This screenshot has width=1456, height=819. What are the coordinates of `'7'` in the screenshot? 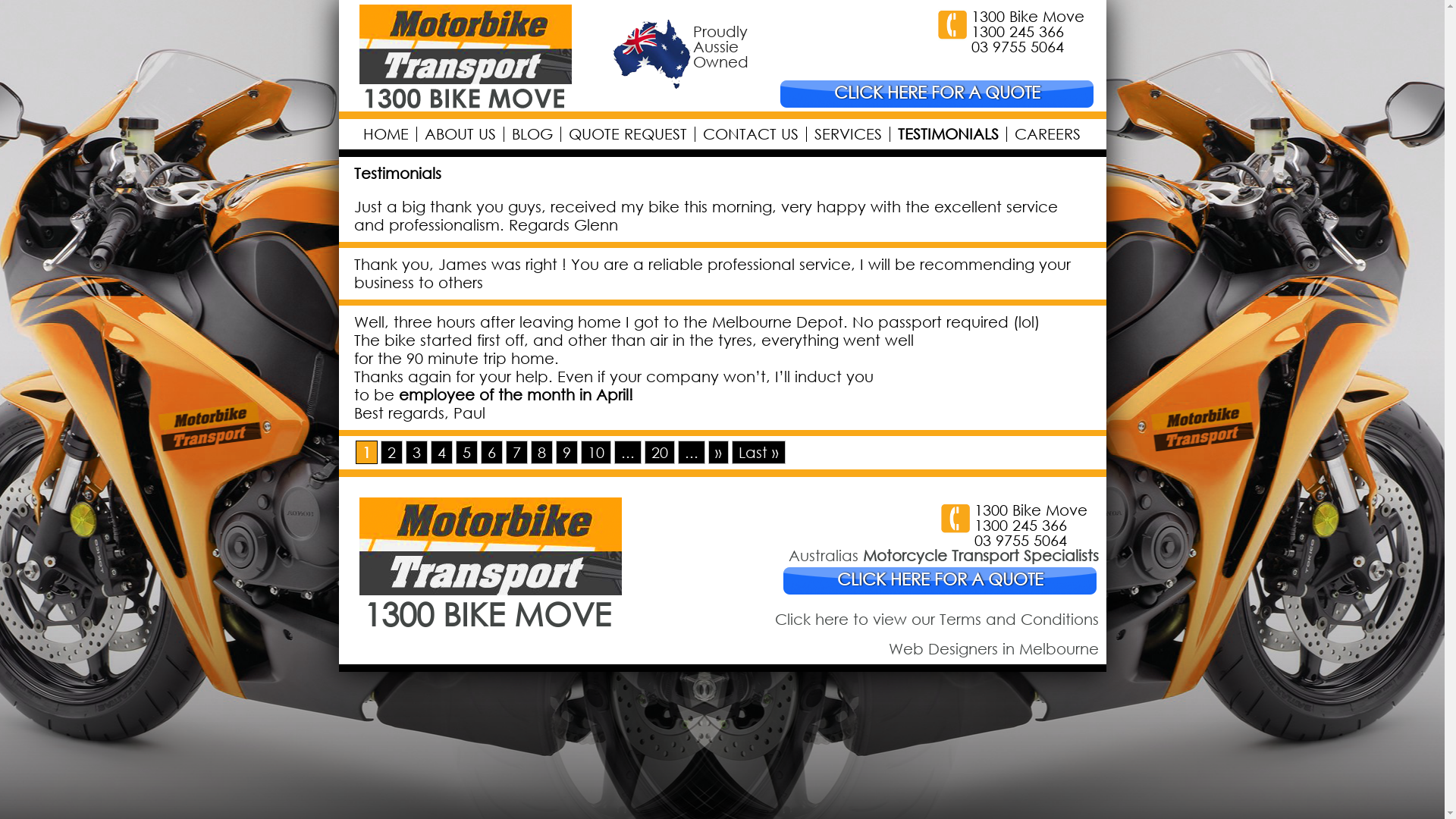 It's located at (516, 451).